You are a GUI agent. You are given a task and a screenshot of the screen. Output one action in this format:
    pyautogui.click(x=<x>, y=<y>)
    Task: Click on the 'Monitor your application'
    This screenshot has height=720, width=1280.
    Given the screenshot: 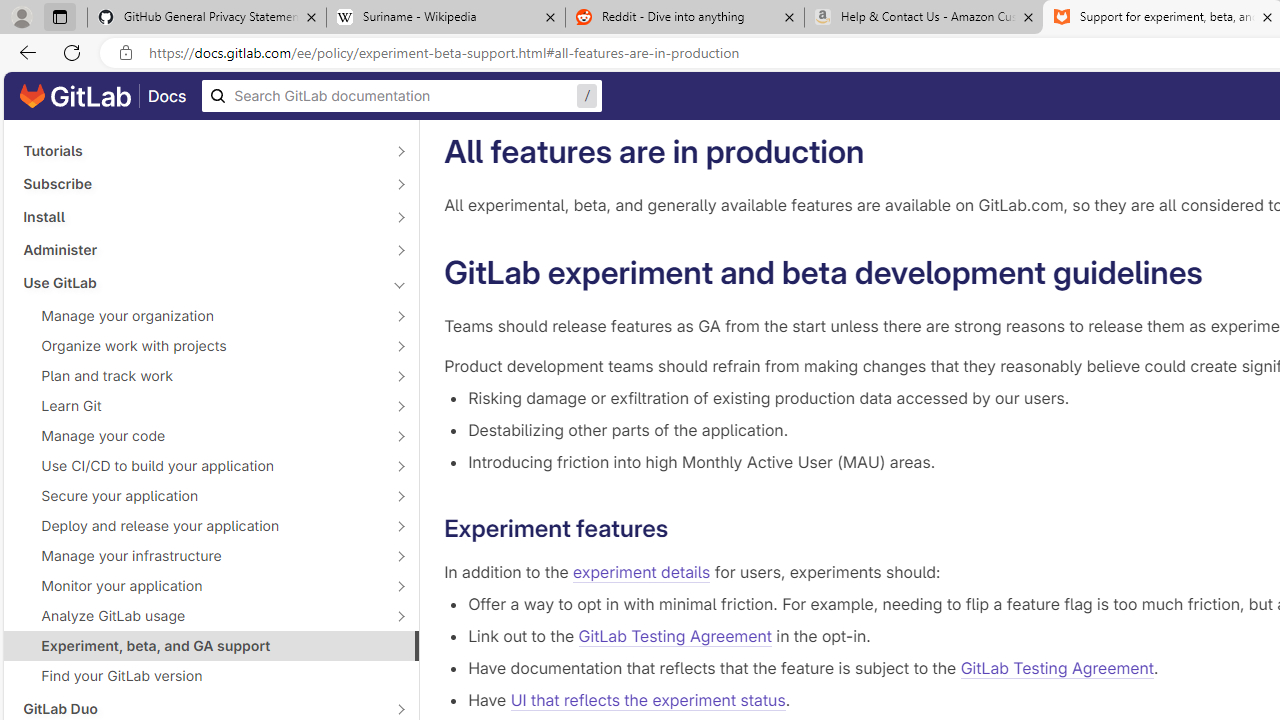 What is the action you would take?
    pyautogui.click(x=200, y=585)
    